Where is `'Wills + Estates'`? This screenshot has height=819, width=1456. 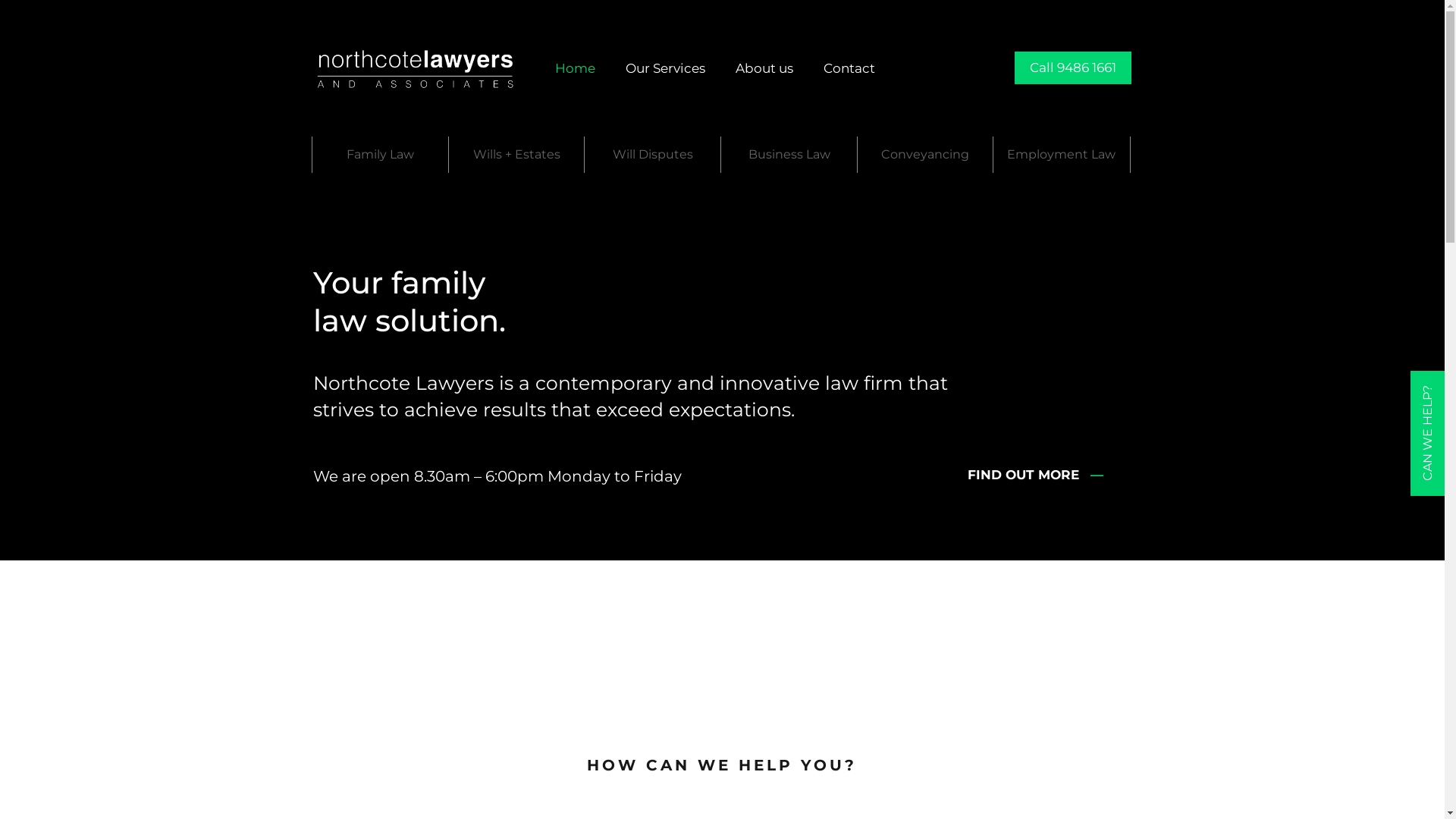
'Wills + Estates' is located at coordinates (516, 155).